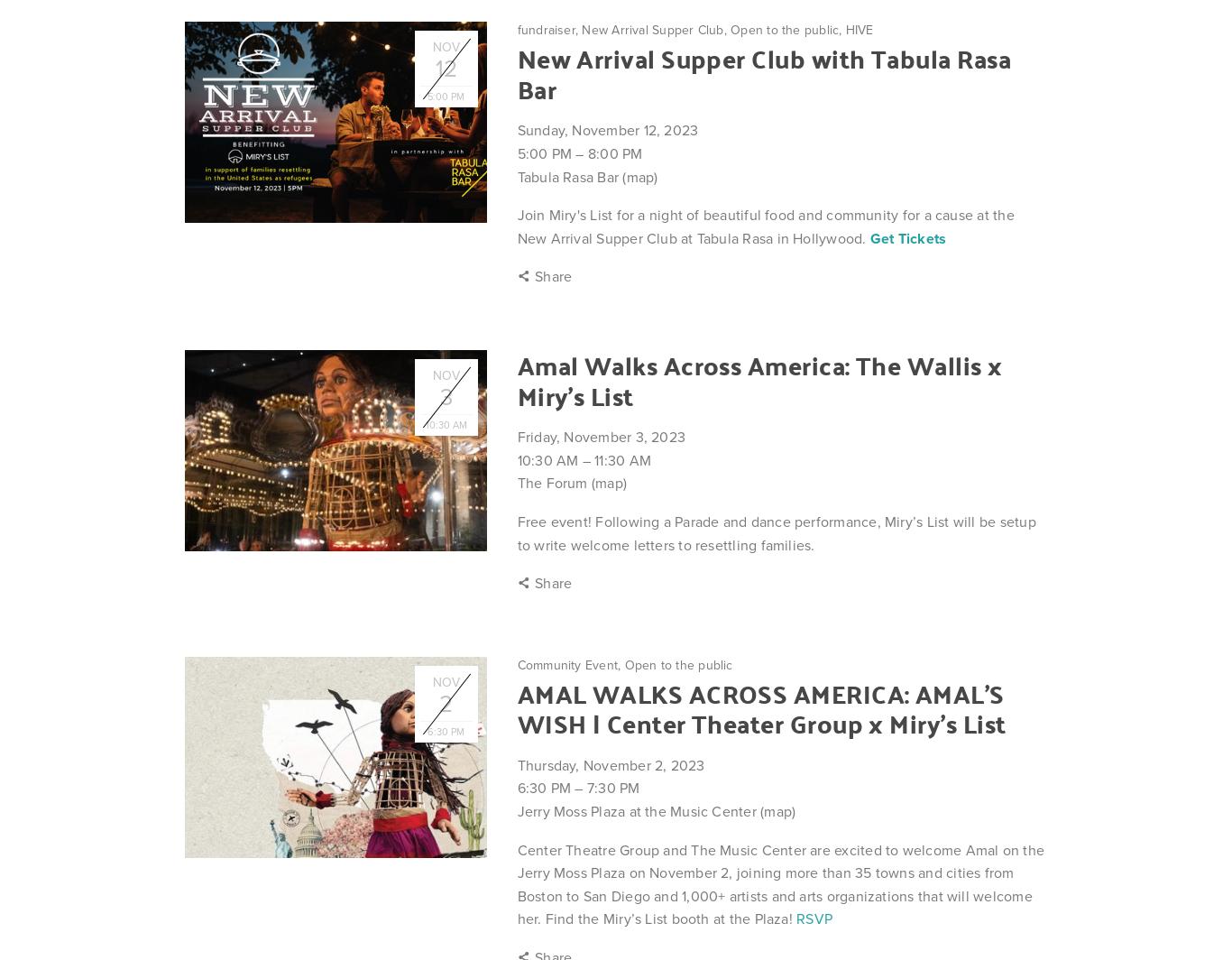  What do you see at coordinates (542, 788) in the screenshot?
I see `'6:30 PM'` at bounding box center [542, 788].